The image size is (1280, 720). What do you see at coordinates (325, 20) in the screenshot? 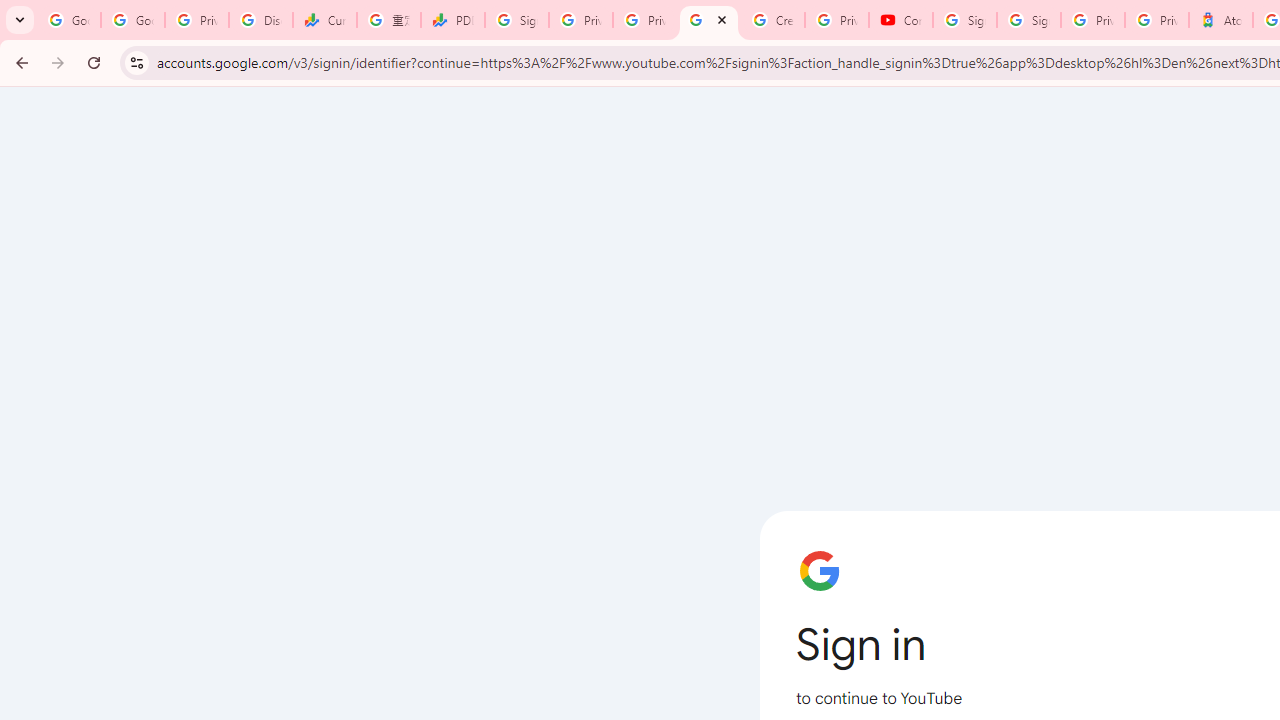
I see `'Currencies - Google Finance'` at bounding box center [325, 20].